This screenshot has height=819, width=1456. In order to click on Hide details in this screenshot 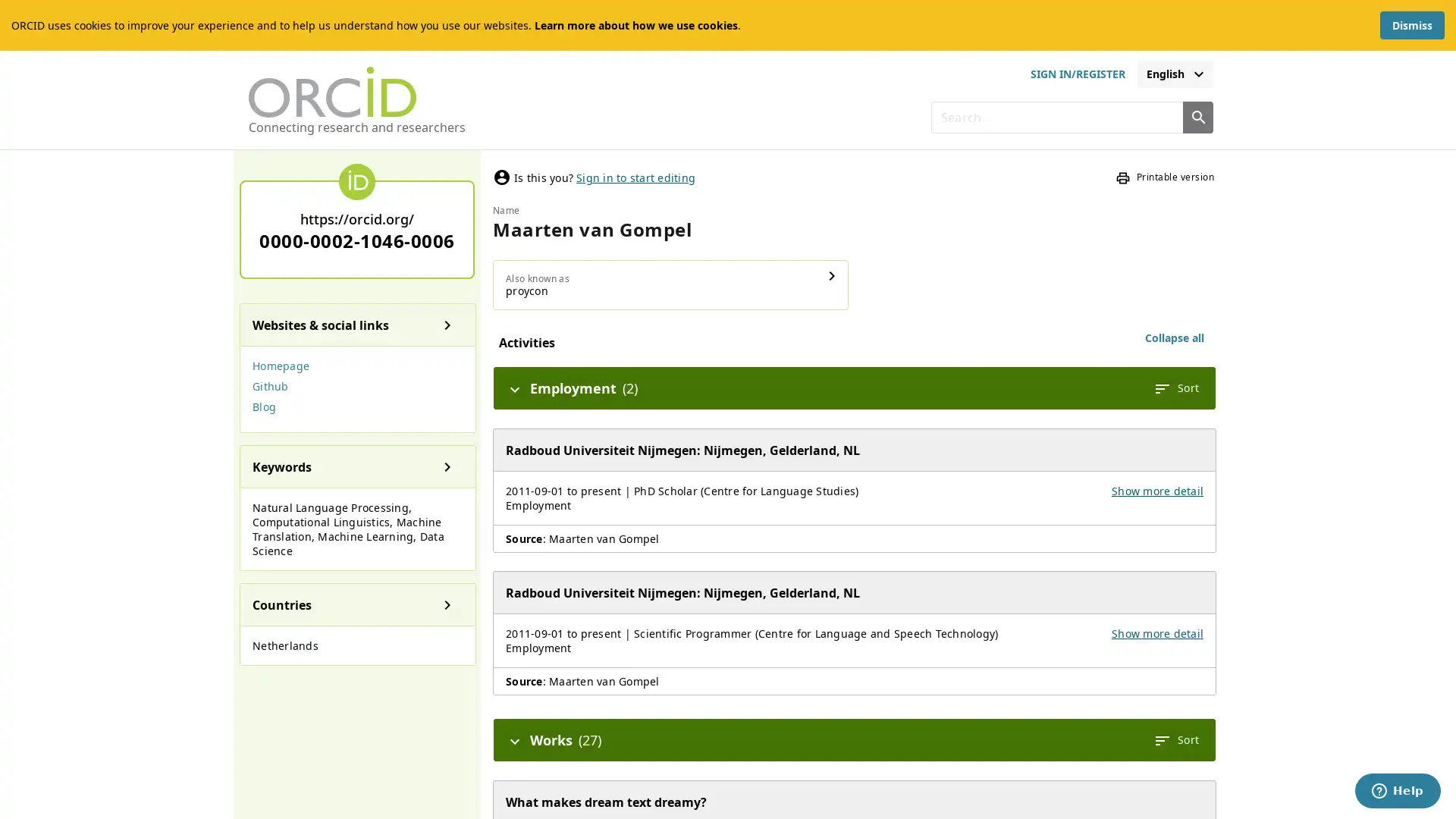, I will do `click(514, 388)`.